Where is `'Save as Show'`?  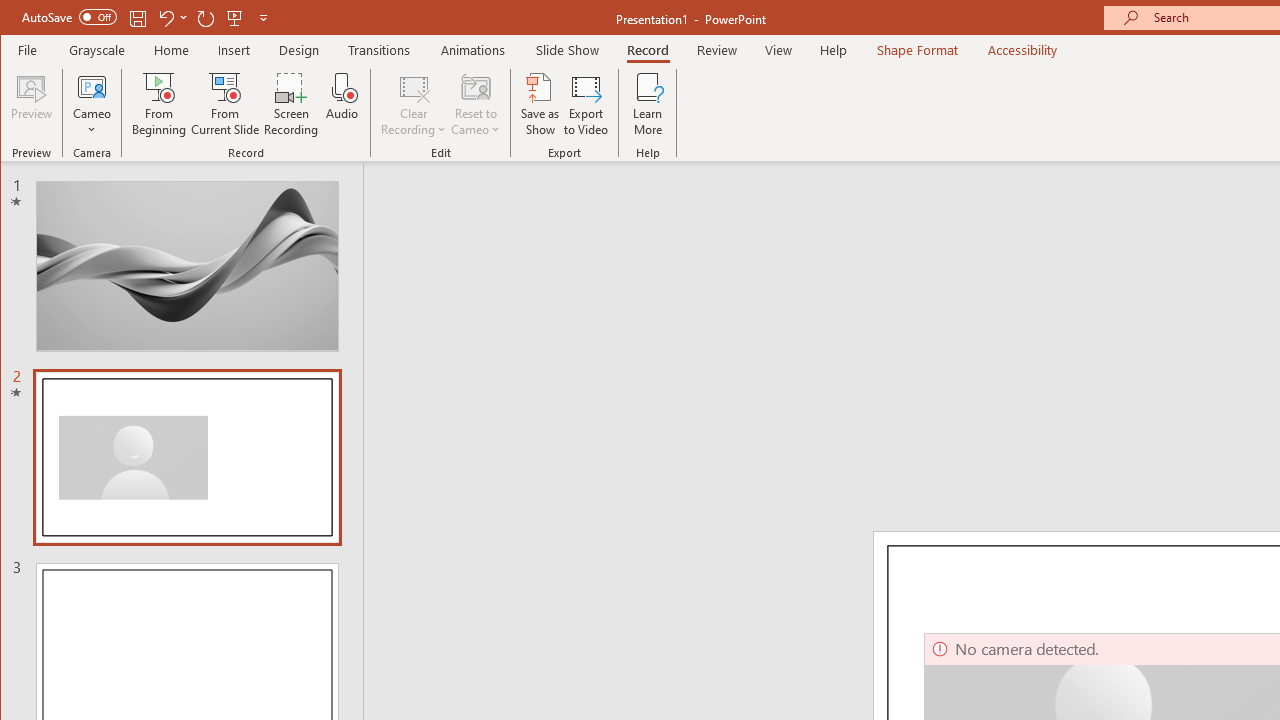 'Save as Show' is located at coordinates (540, 104).